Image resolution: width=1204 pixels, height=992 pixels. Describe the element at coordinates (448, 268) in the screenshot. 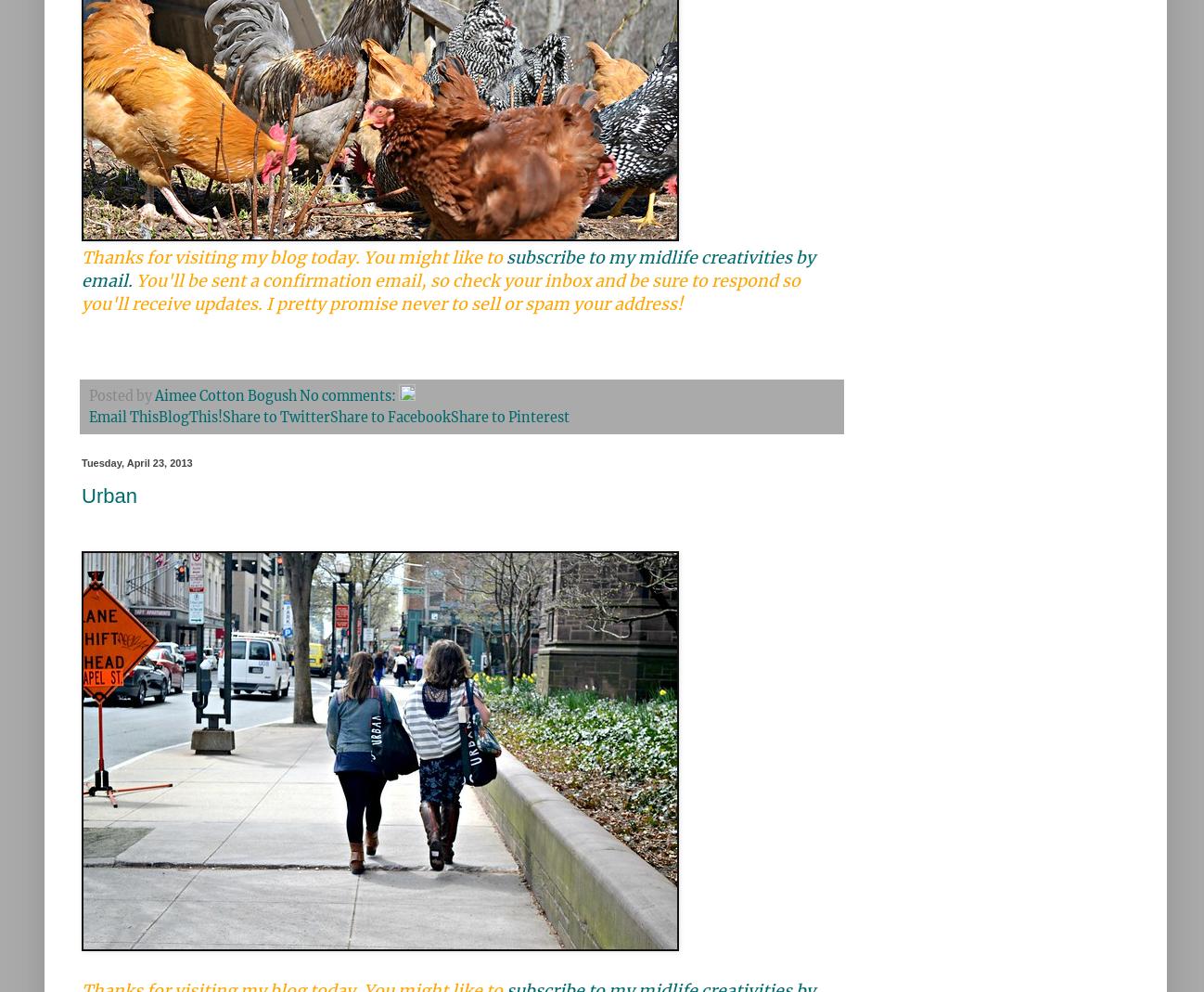

I see `'subscribe to my midlife creativities by email.'` at that location.